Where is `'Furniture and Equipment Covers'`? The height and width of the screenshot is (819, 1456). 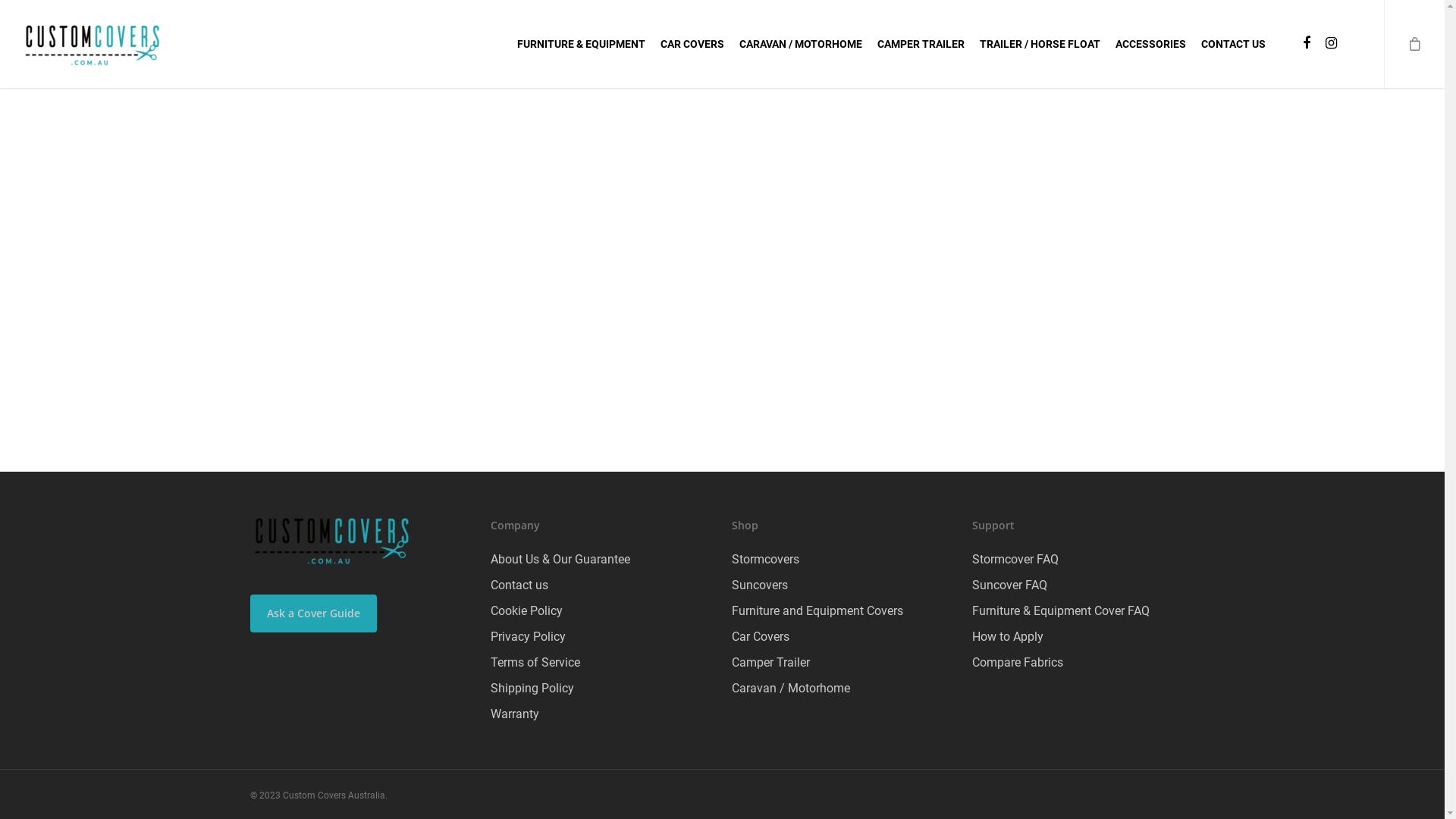
'Furniture and Equipment Covers' is located at coordinates (842, 610).